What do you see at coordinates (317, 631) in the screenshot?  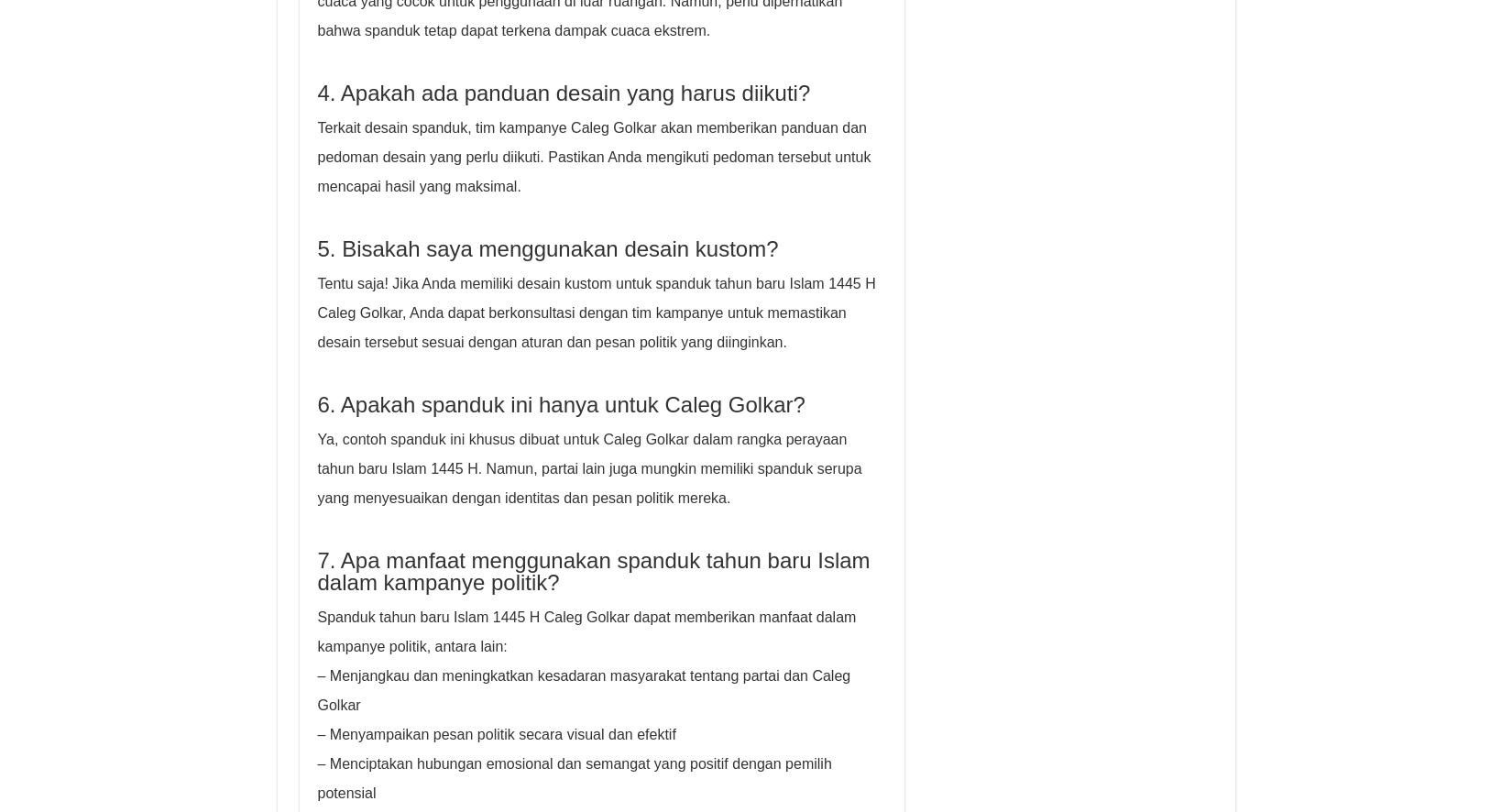 I see `'Spanduk tahun baru Islam 1445 H Caleg Golkar dapat memberikan manfaat dalam kampanye politik, antara lain:'` at bounding box center [317, 631].